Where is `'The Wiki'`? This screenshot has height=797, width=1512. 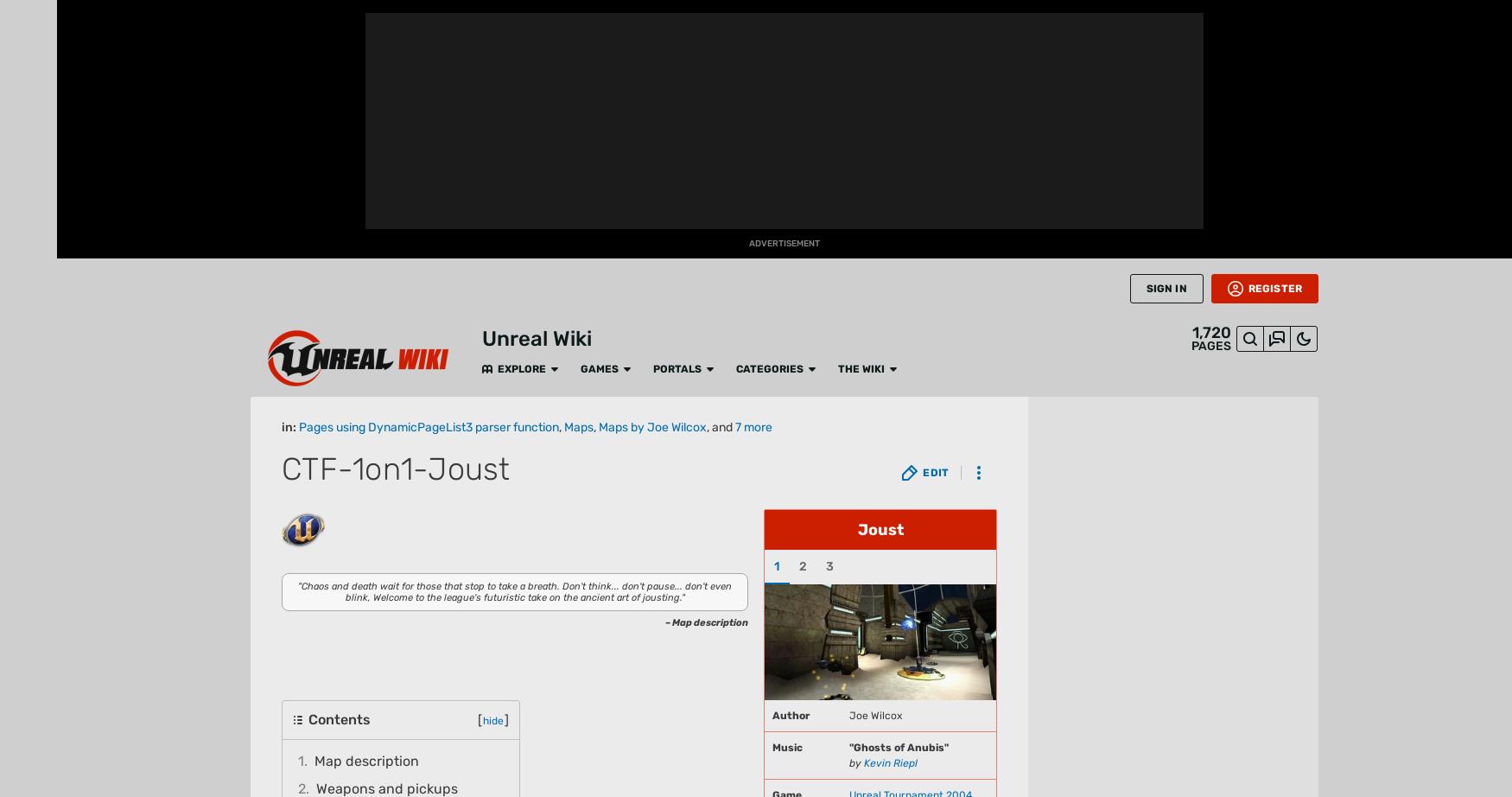 'The Wiki' is located at coordinates (542, 19).